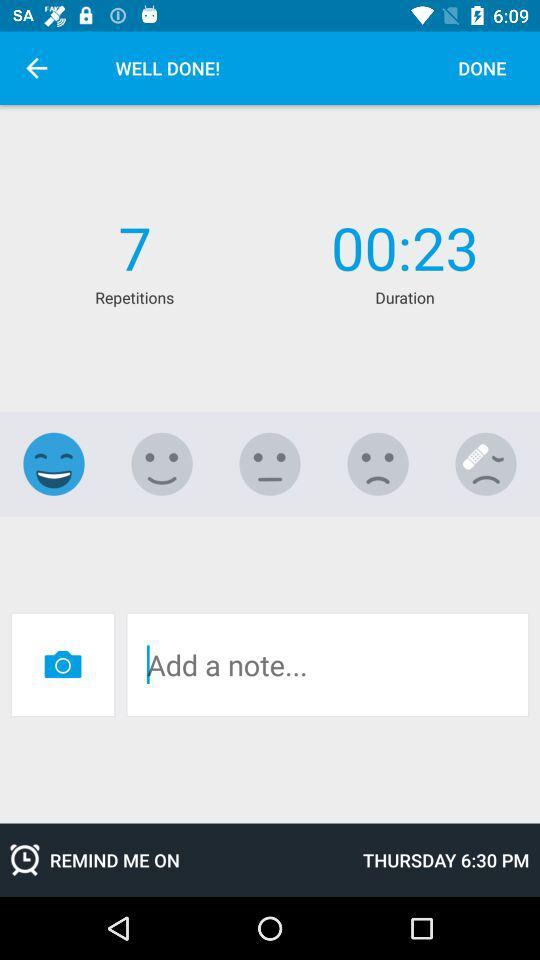  I want to click on the emoji icon, so click(270, 464).